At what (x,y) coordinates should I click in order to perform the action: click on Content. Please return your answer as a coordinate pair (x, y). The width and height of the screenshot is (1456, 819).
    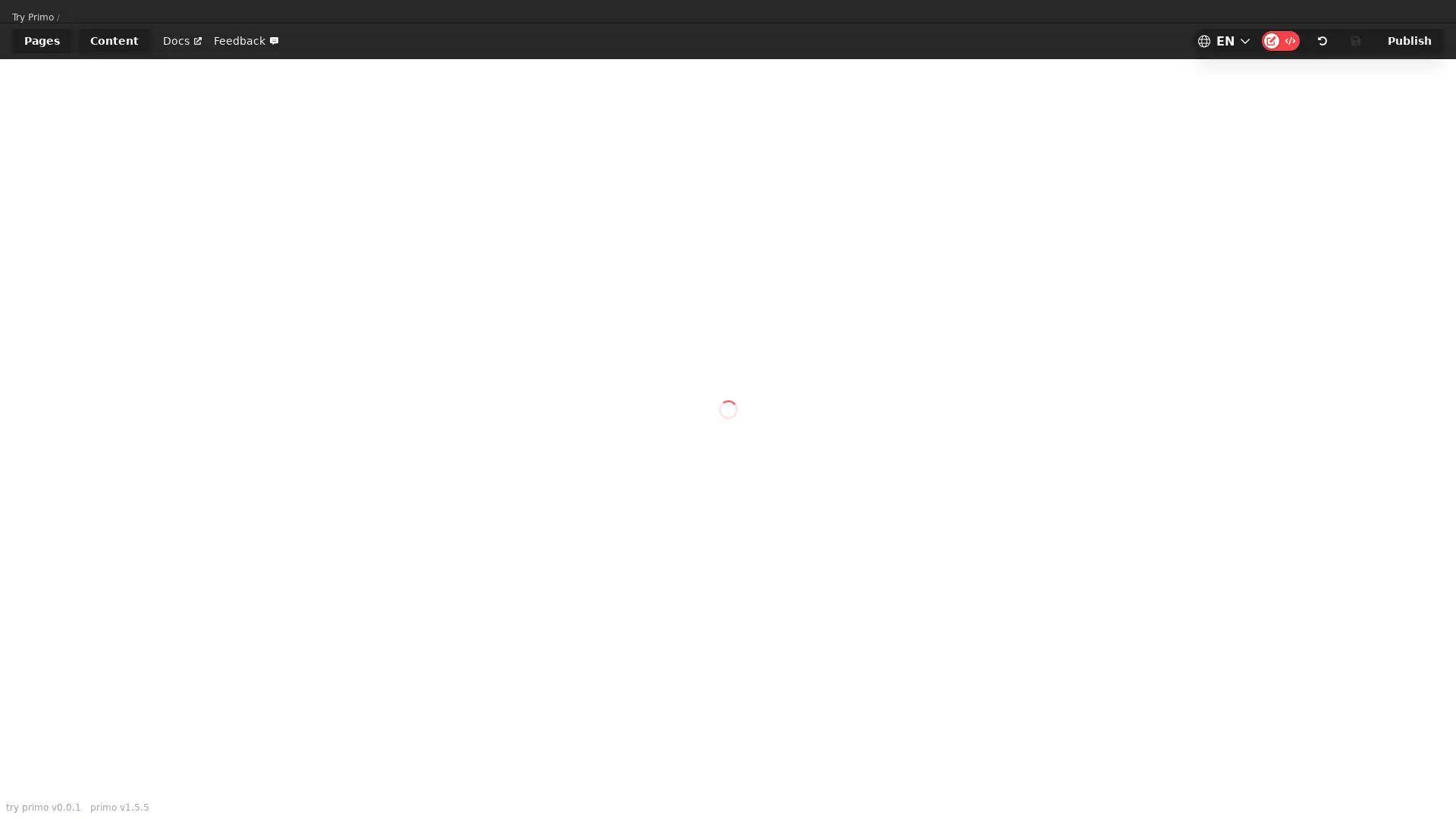
    Looking at the image, I should click on (113, 40).